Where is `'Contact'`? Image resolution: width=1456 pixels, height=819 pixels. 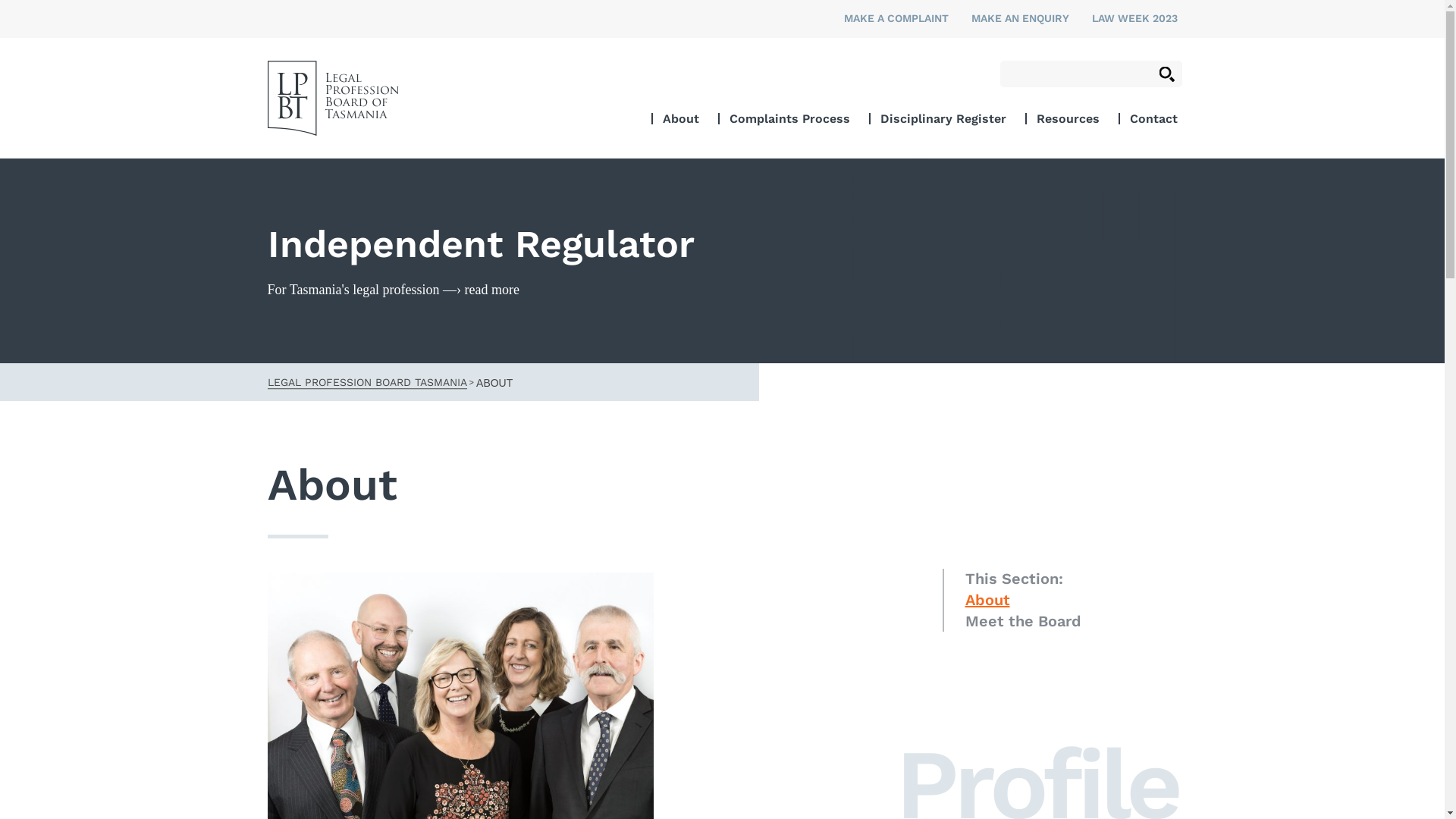
'Contact' is located at coordinates (1129, 118).